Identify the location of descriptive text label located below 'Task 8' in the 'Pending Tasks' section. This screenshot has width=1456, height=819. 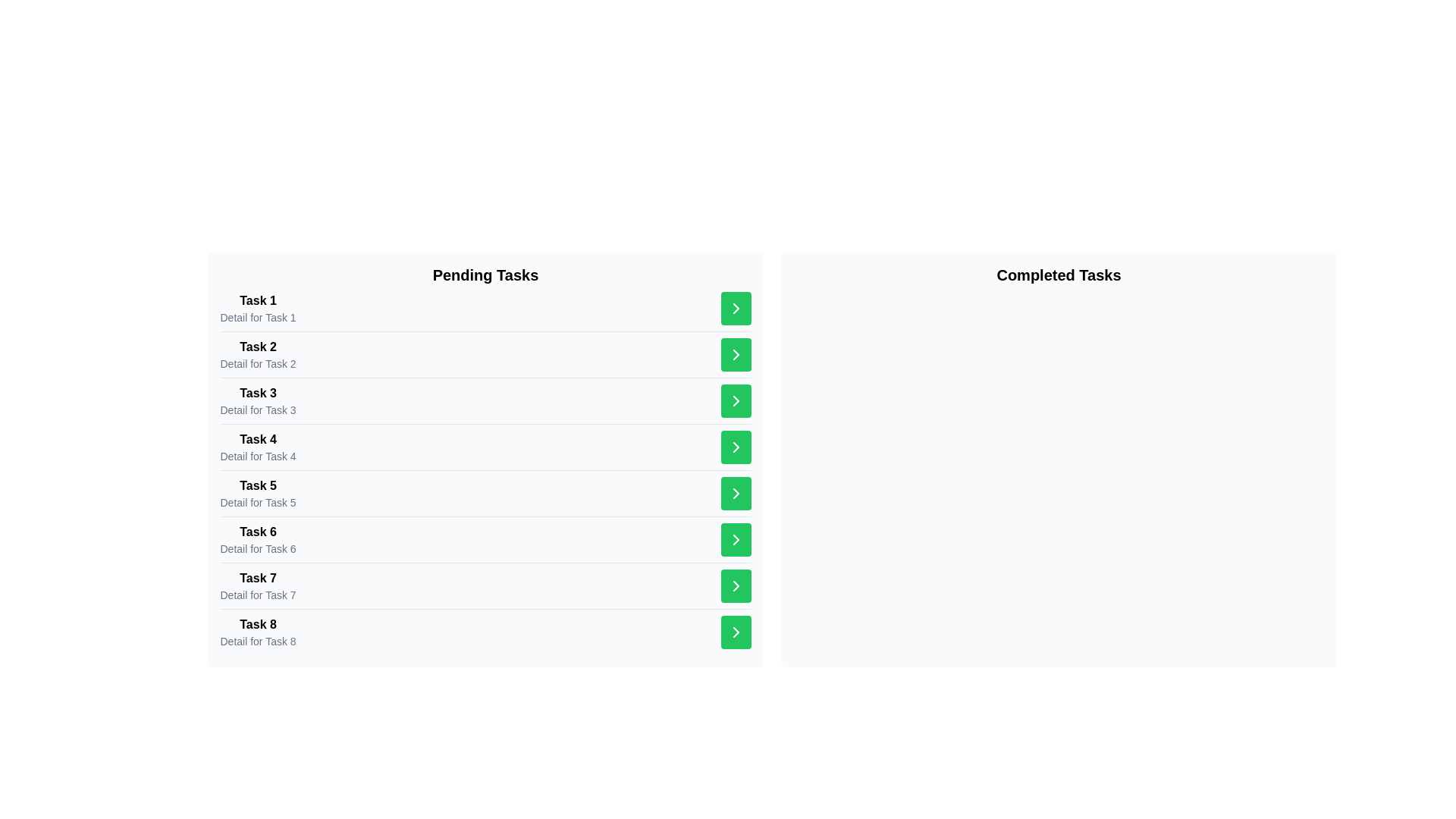
(258, 641).